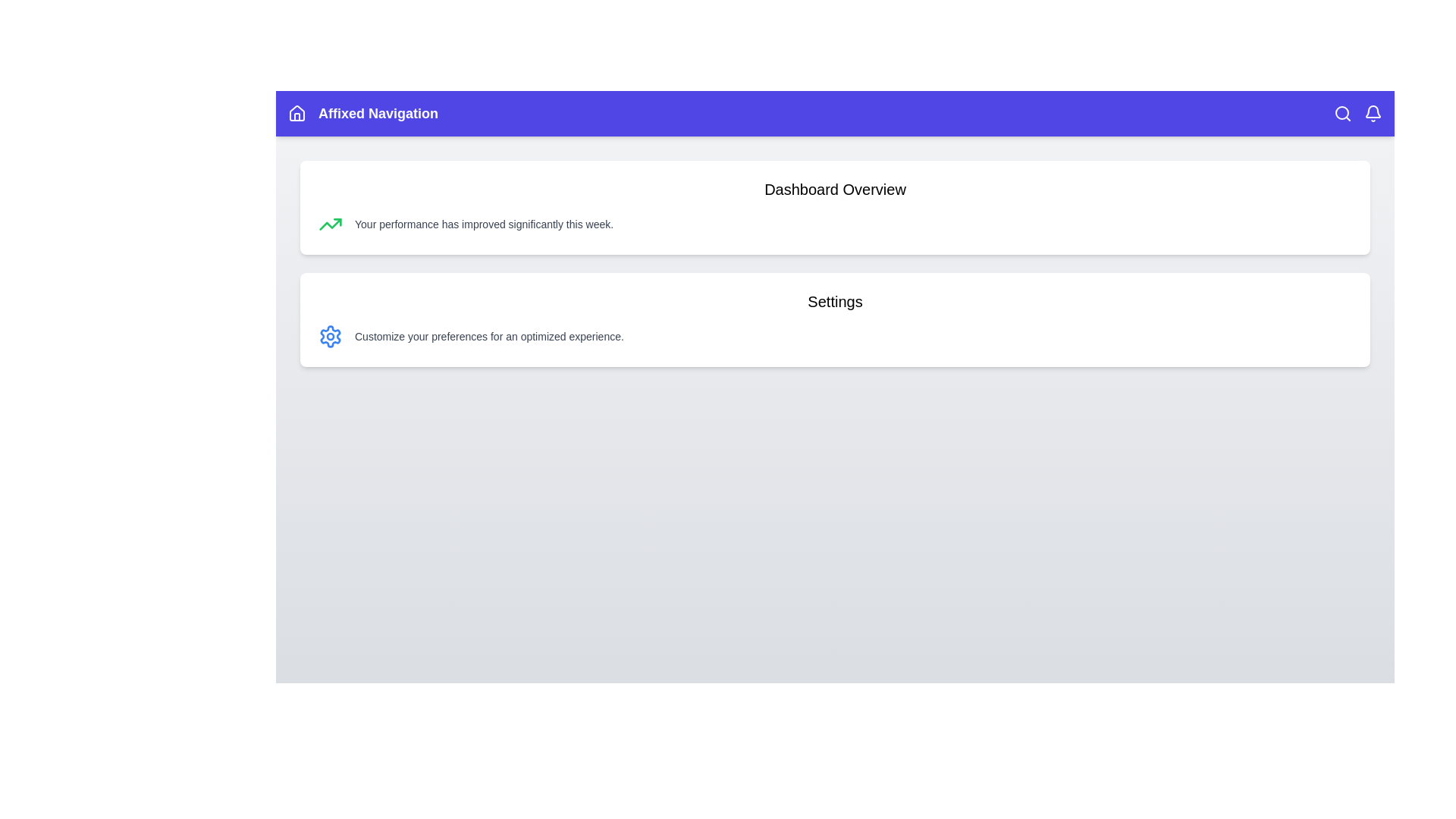 This screenshot has height=819, width=1456. What do you see at coordinates (330, 224) in the screenshot?
I see `the green upward-trending arrow icon located to the left of the text 'Your performance has improved significantly this week.'` at bounding box center [330, 224].